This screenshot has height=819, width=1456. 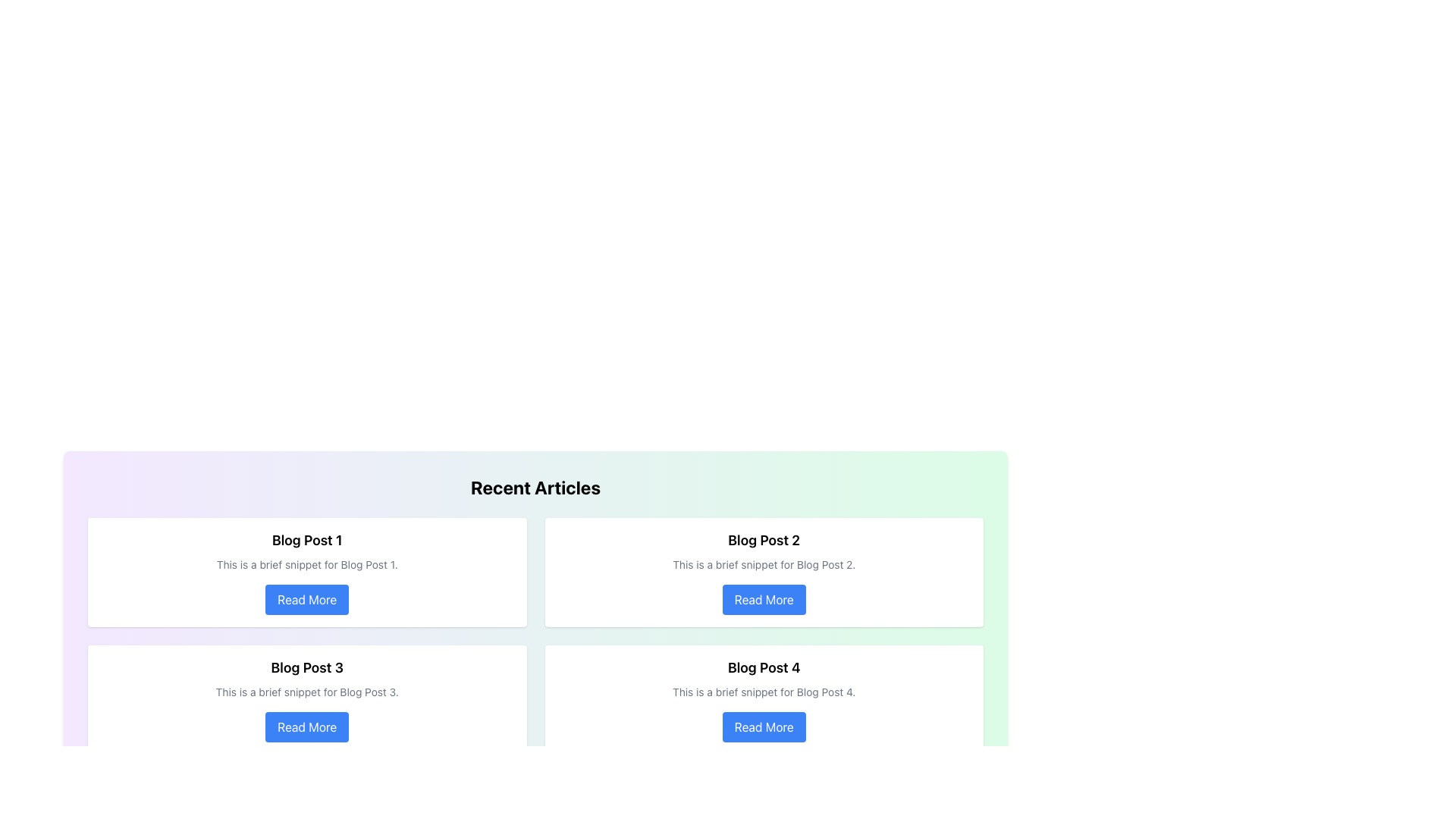 I want to click on text element containing the message 'This is a brief snippet for Blog Post 4.' which is located below the title 'Blog Post 4' and above the 'Read More' button, so click(x=764, y=692).